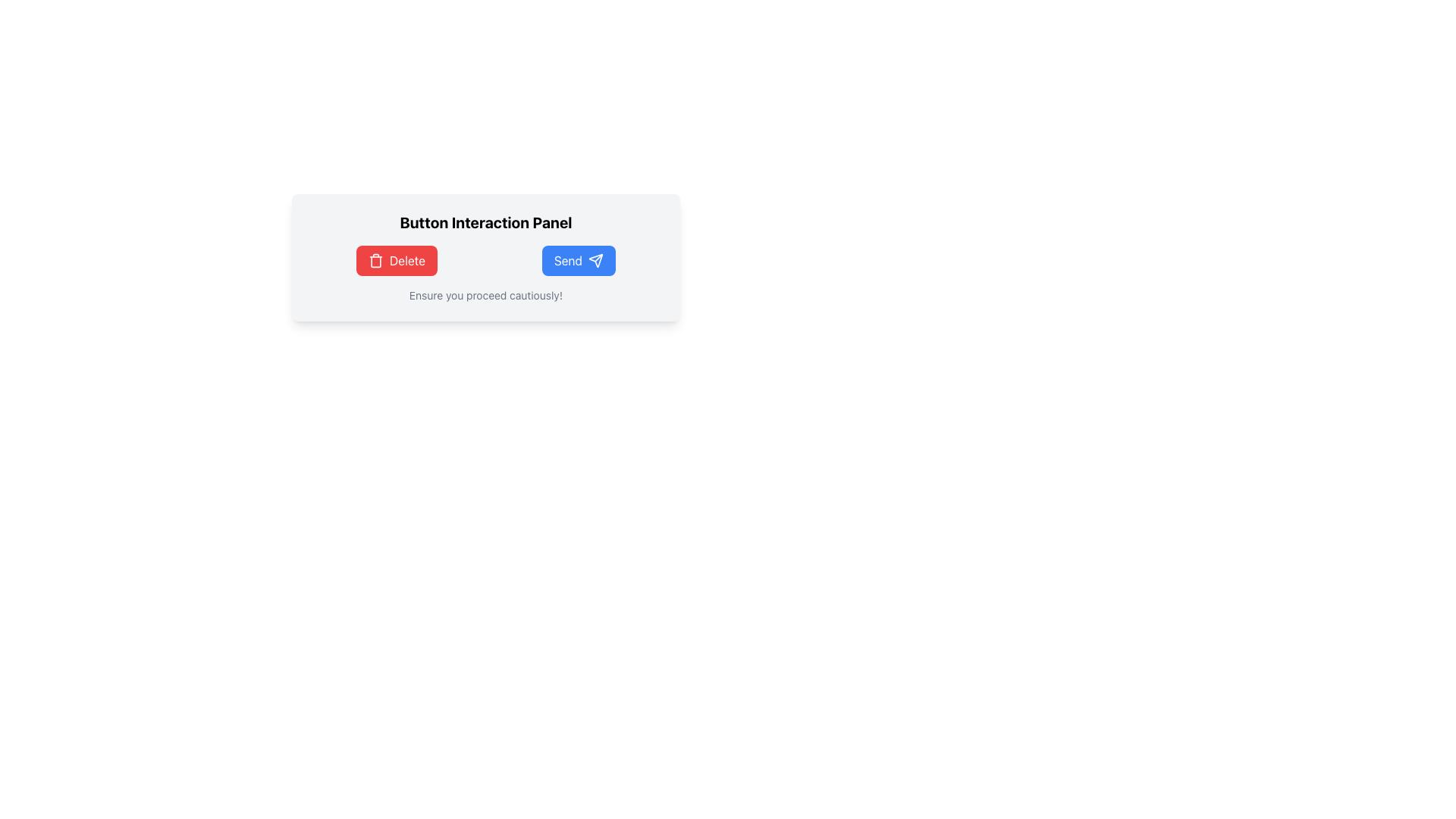 Image resolution: width=1456 pixels, height=819 pixels. What do you see at coordinates (595, 259) in the screenshot?
I see `the paper airplane icon located to the right of the blue 'Send' button, which is styled with a bold outline and aligned centrally within its frame` at bounding box center [595, 259].